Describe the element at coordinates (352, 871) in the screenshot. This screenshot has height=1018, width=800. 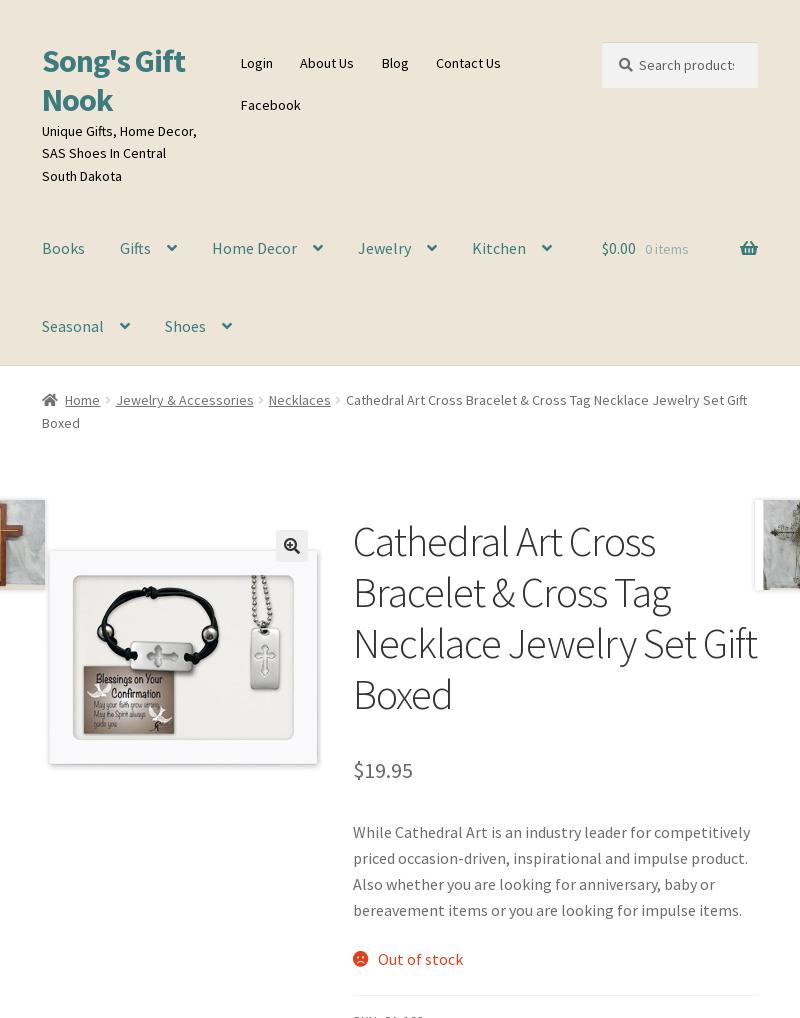
I see `'While Cathedral Art is an industry leader for competitively priced occasion-driven, inspirational and impulse product. Also whether you are looking for anniversary, baby or bereavement items or you are looking for impulse items.'` at that location.